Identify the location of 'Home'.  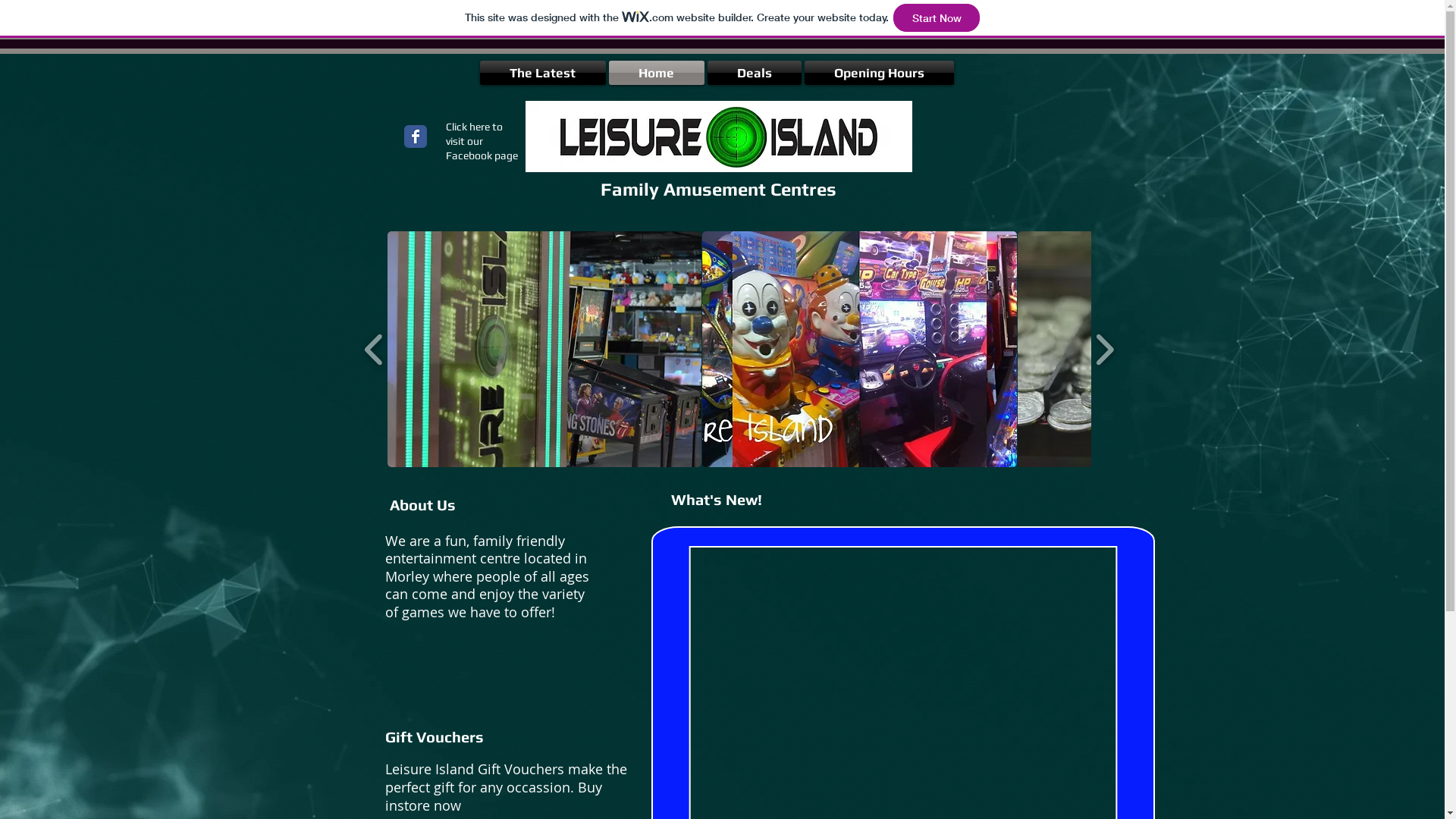
(655, 73).